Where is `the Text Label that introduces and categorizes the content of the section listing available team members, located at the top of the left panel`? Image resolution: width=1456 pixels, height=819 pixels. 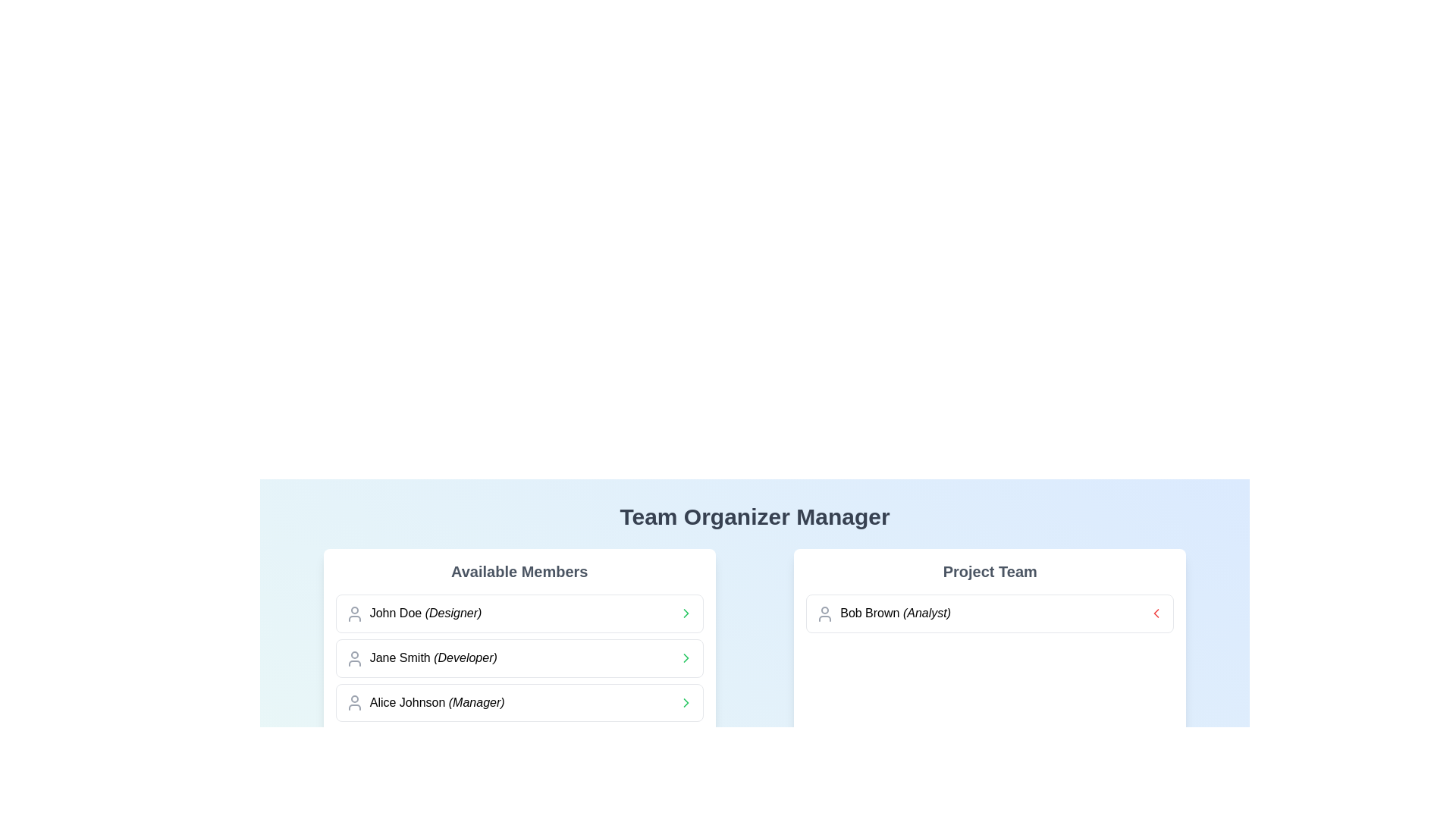
the Text Label that introduces and categorizes the content of the section listing available team members, located at the top of the left panel is located at coordinates (519, 571).